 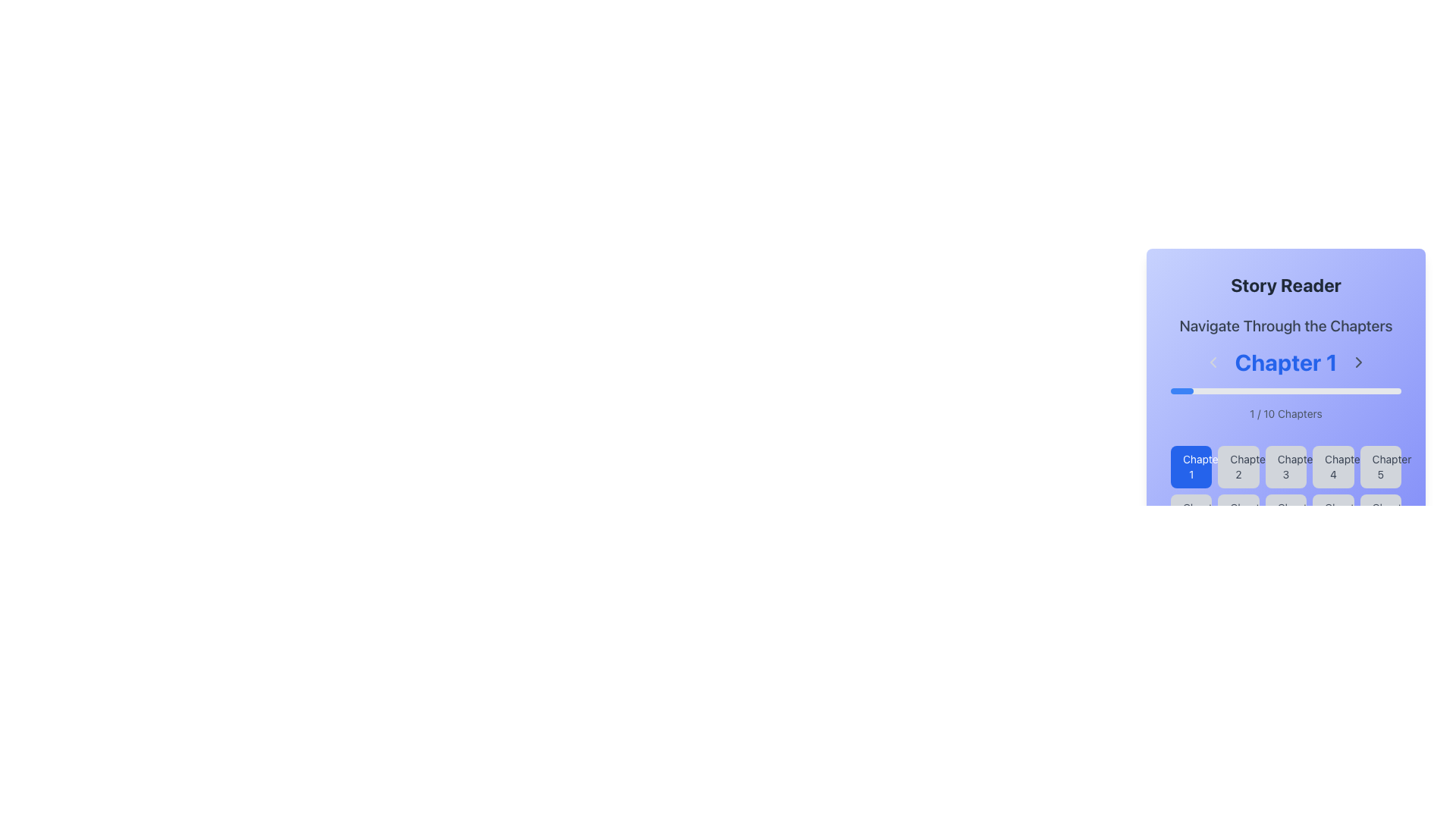 What do you see at coordinates (1285, 362) in the screenshot?
I see `text label indicating the current chapter being viewed, located at the center of the chapter navigation component` at bounding box center [1285, 362].